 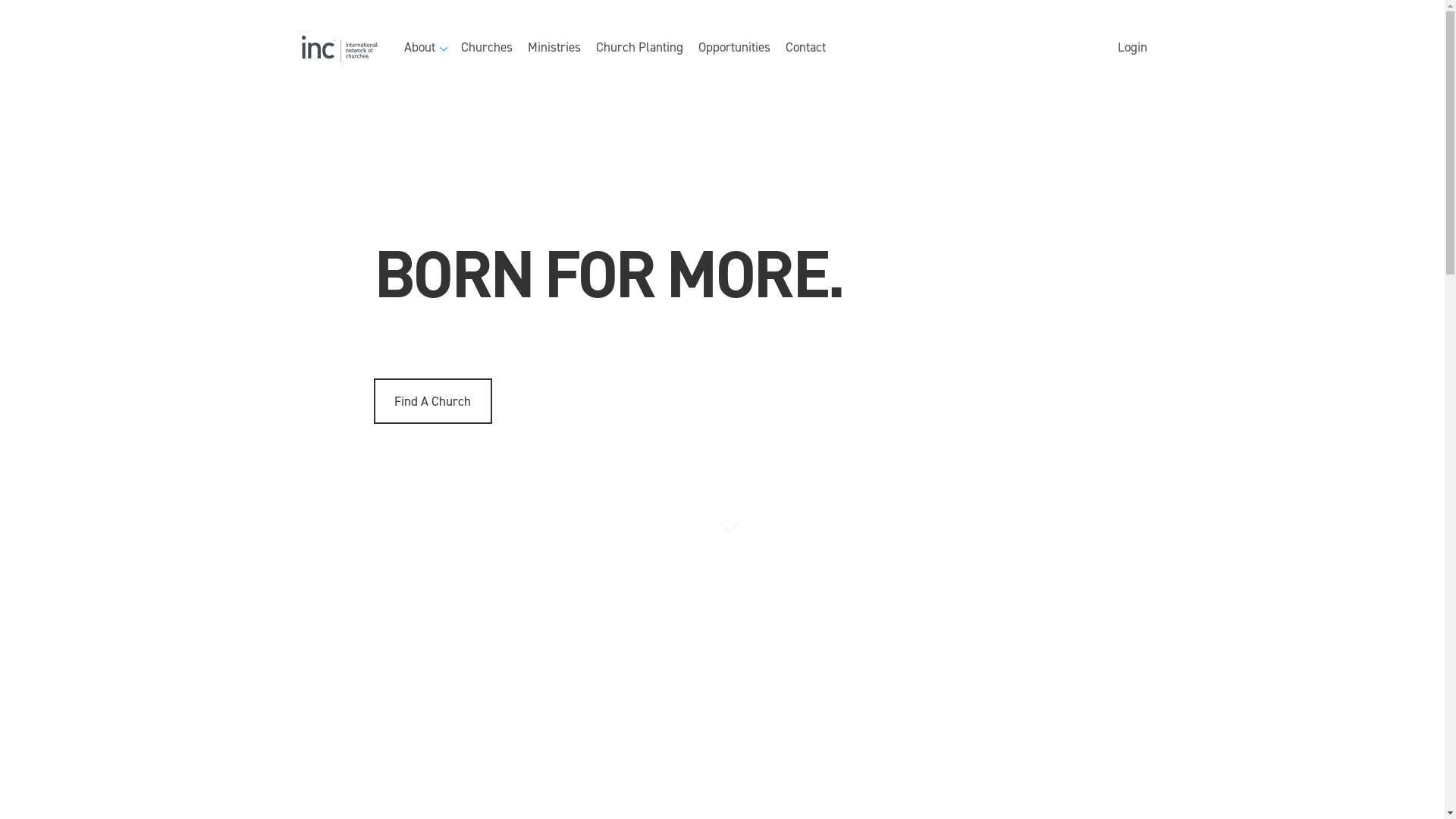 What do you see at coordinates (431, 400) in the screenshot?
I see `'Find A Church'` at bounding box center [431, 400].